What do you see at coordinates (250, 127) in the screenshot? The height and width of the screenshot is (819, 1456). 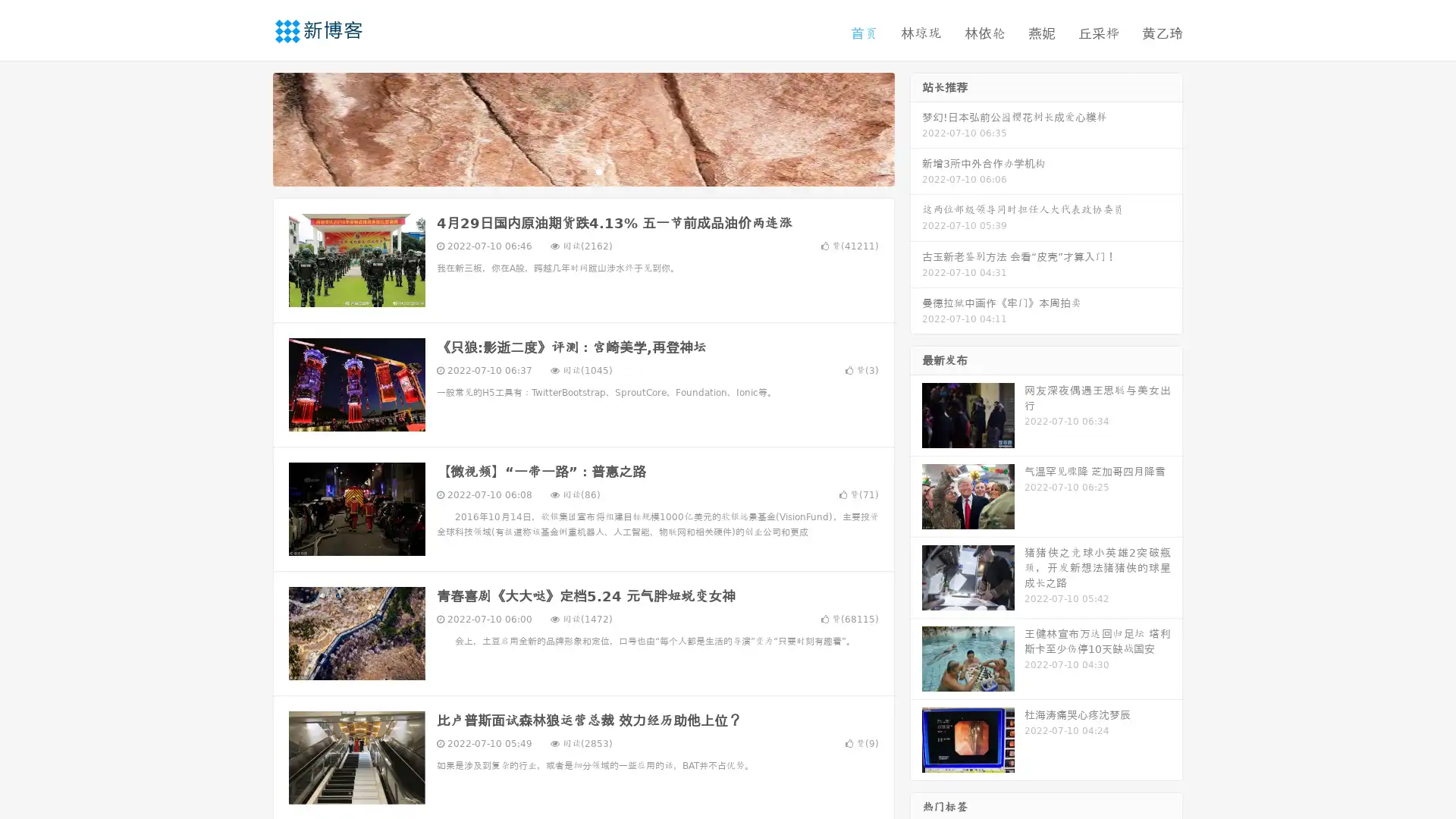 I see `Previous slide` at bounding box center [250, 127].